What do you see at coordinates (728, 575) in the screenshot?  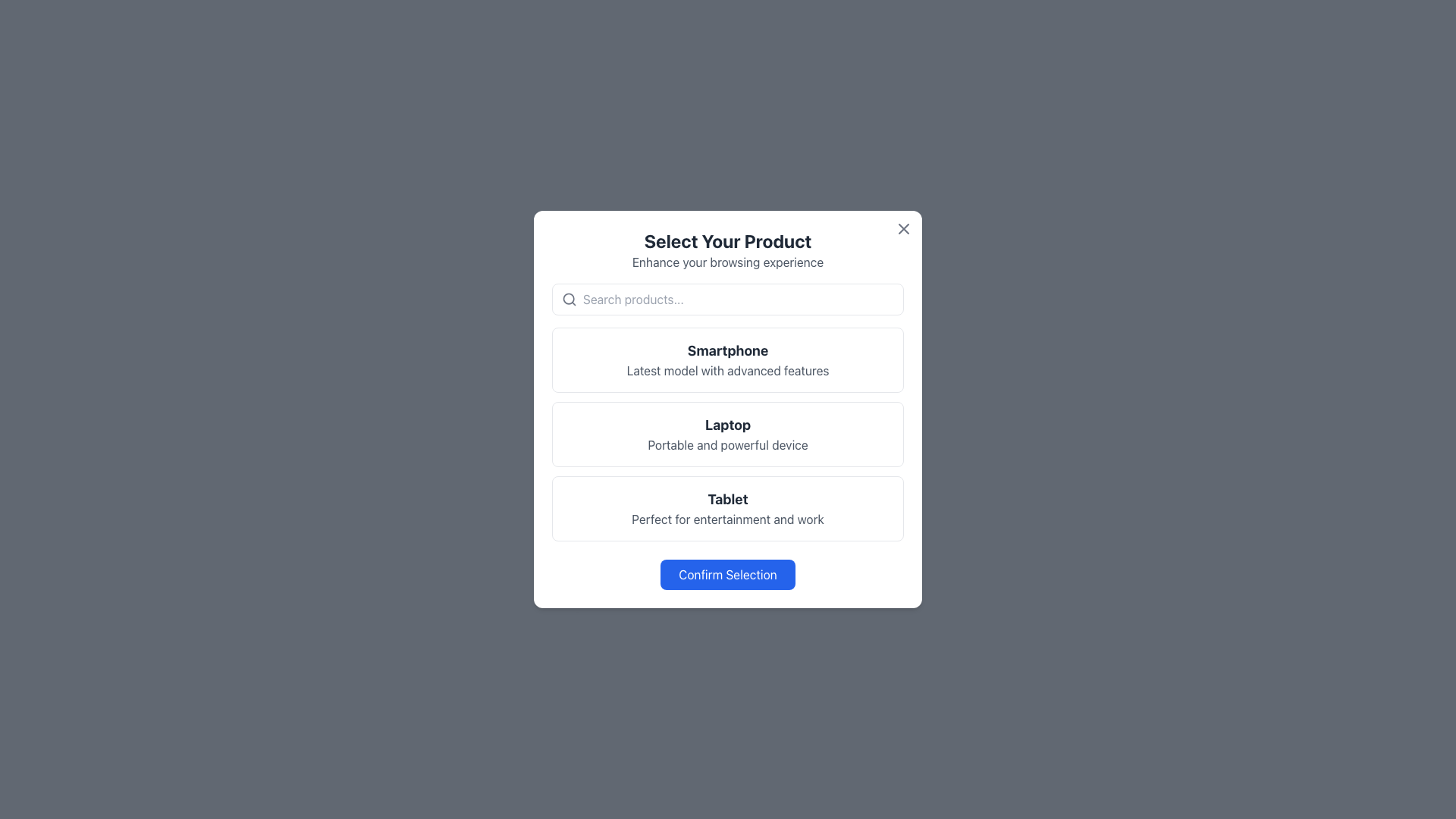 I see `the 'Confirm Selection' button, which features a blue background and white text` at bounding box center [728, 575].